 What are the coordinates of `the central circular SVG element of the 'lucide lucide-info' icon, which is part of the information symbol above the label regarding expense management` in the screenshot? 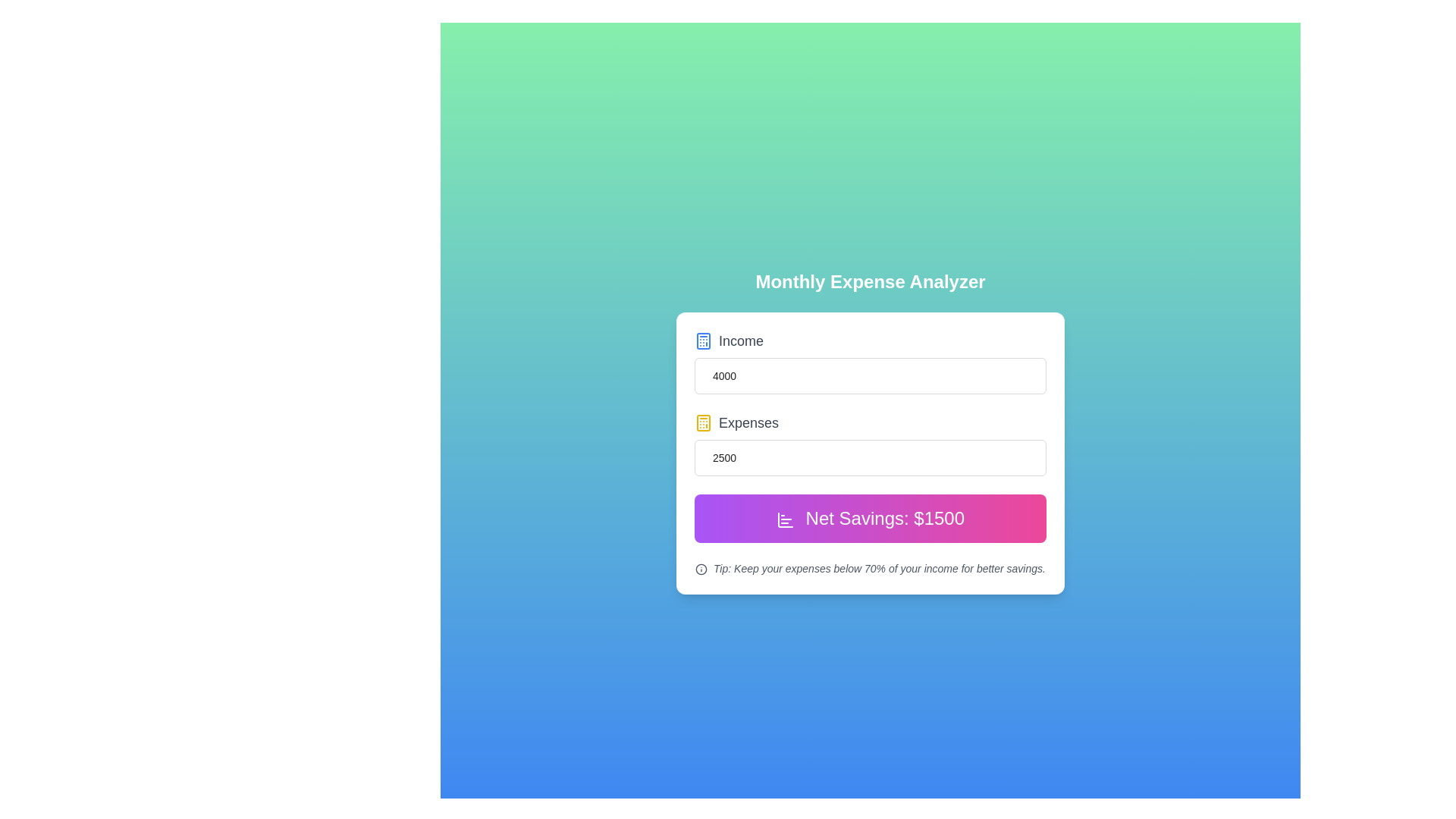 It's located at (701, 570).